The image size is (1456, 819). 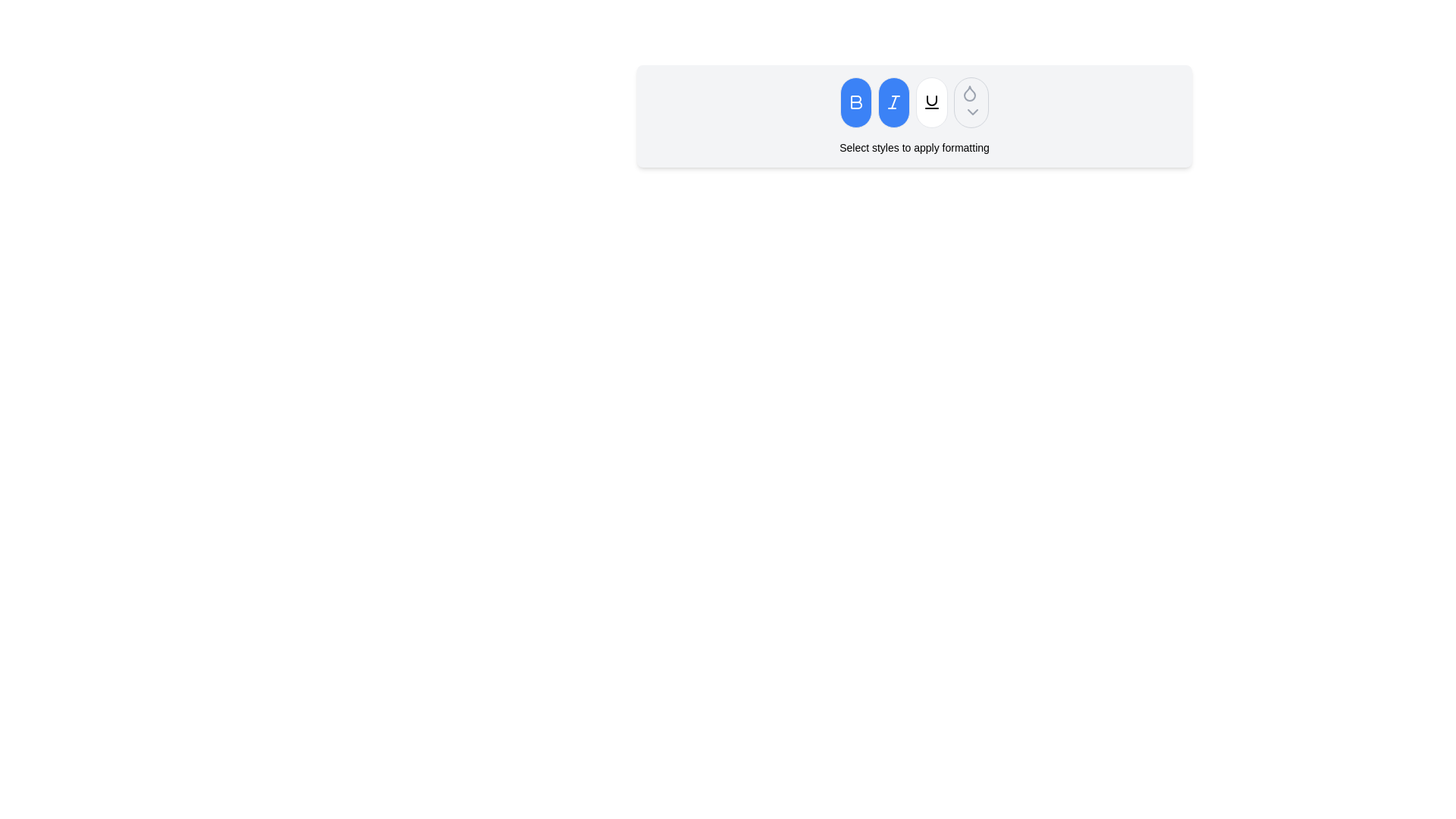 I want to click on the Bold Formatting Icon, which is represented by a stylized 'B' in an SVG format, so click(x=856, y=102).